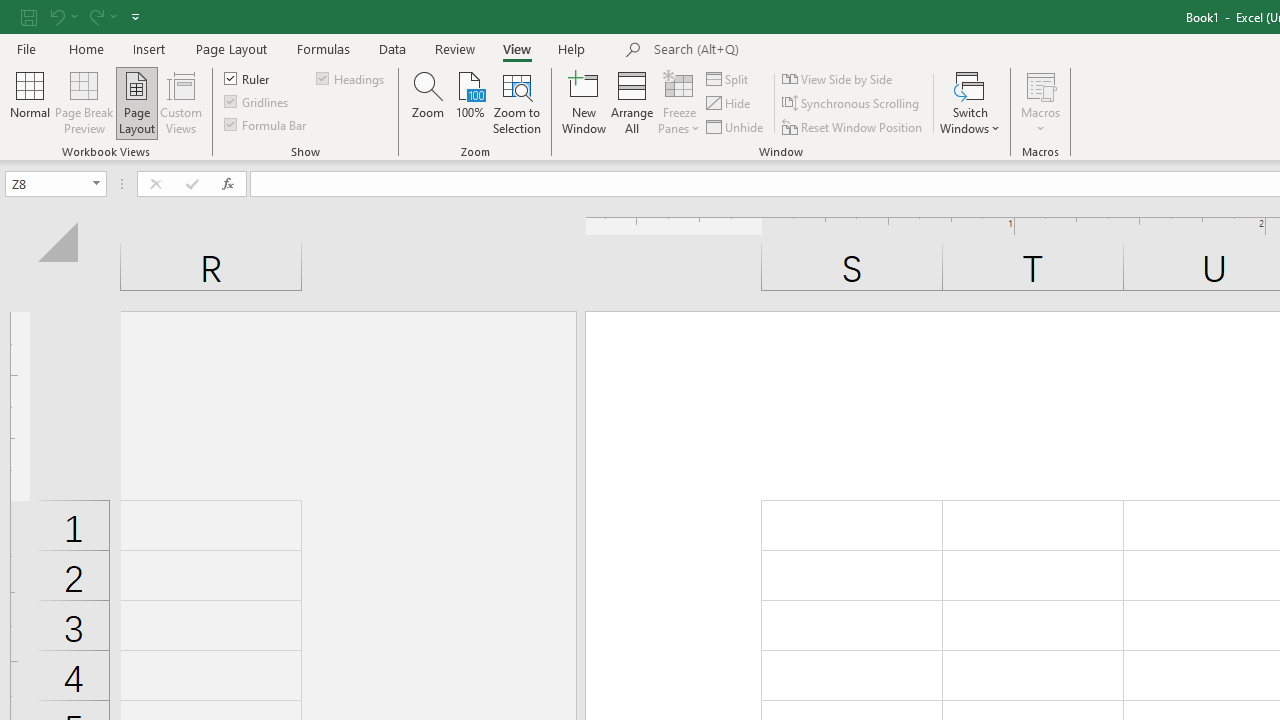 This screenshot has height=720, width=1280. Describe the element at coordinates (517, 103) in the screenshot. I see `'Zoom to Selection'` at that location.